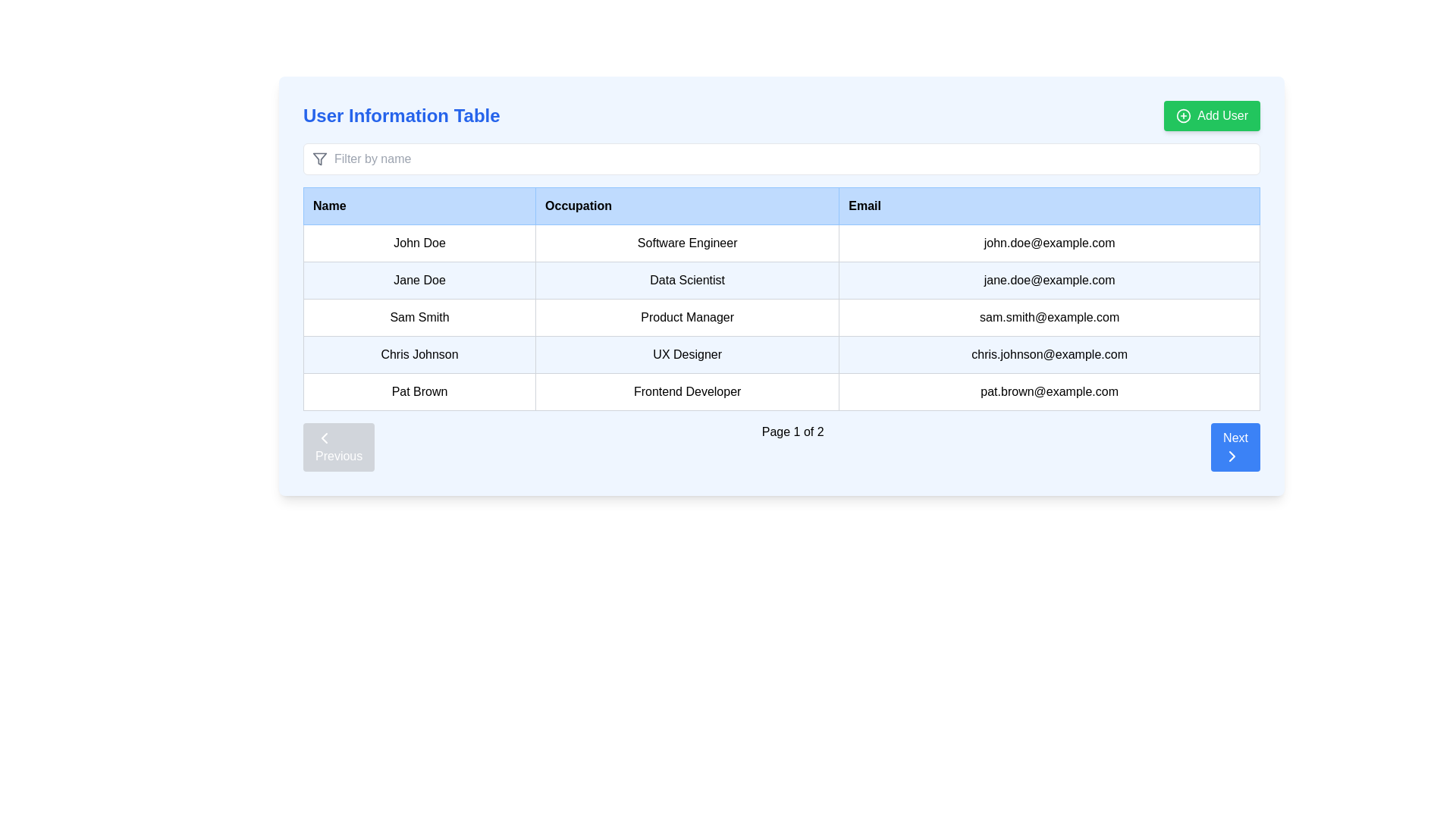 This screenshot has height=819, width=1456. I want to click on the blue 'Next' button with white text and a right-pointing arrow icon, so click(1235, 447).